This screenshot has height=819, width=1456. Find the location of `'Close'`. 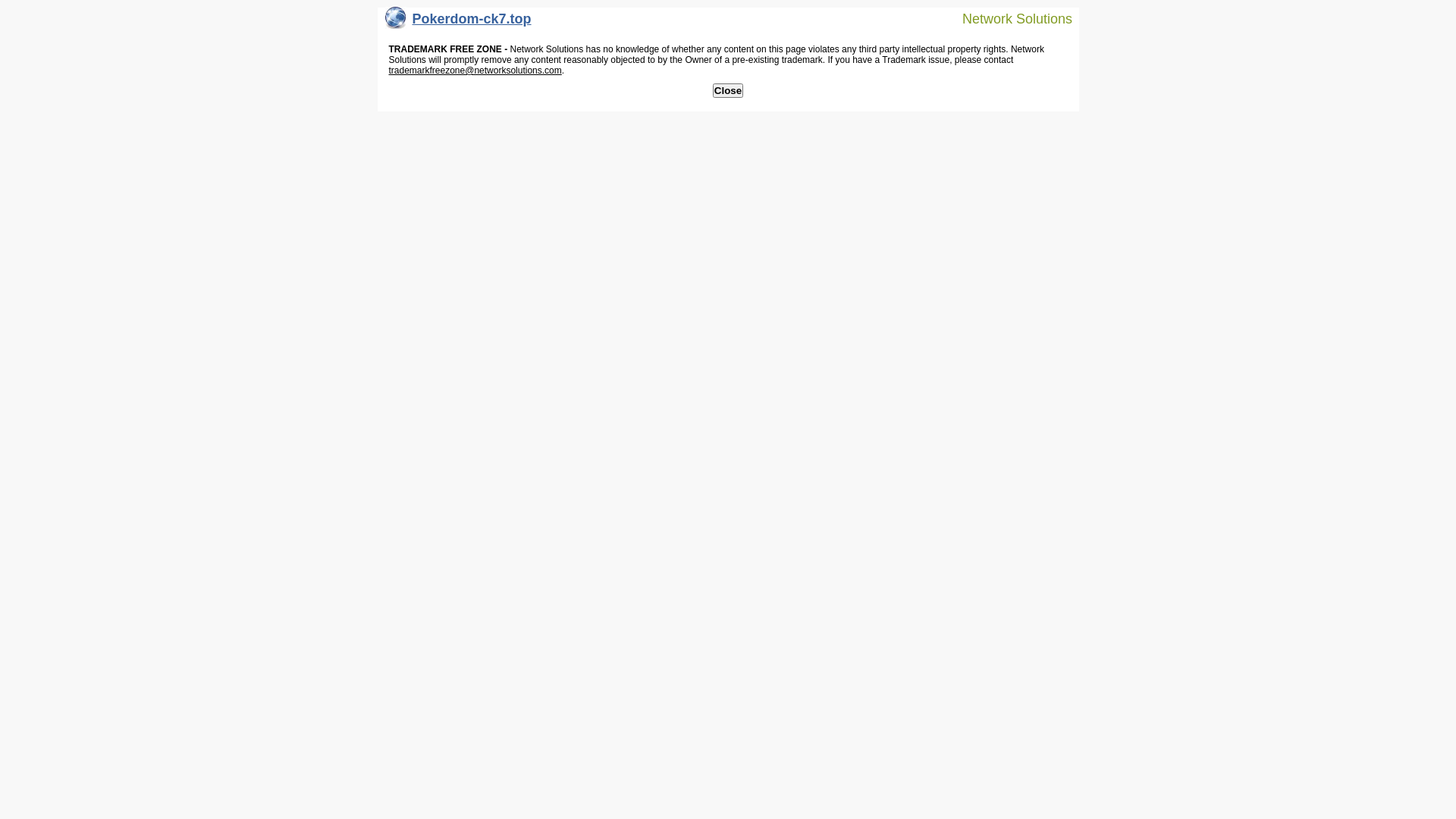

'Close' is located at coordinates (728, 90).